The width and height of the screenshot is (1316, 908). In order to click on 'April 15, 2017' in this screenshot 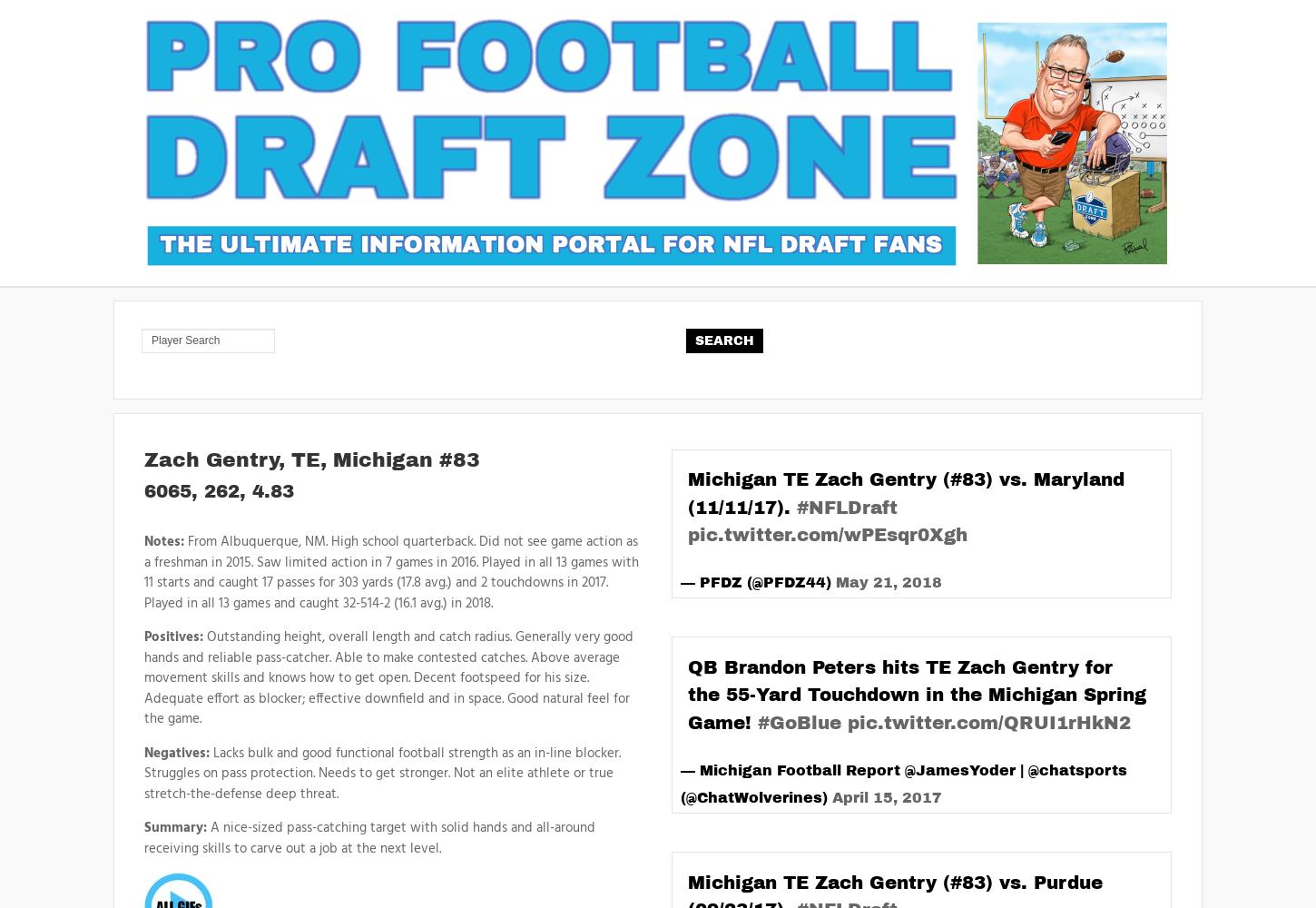, I will do `click(830, 797)`.